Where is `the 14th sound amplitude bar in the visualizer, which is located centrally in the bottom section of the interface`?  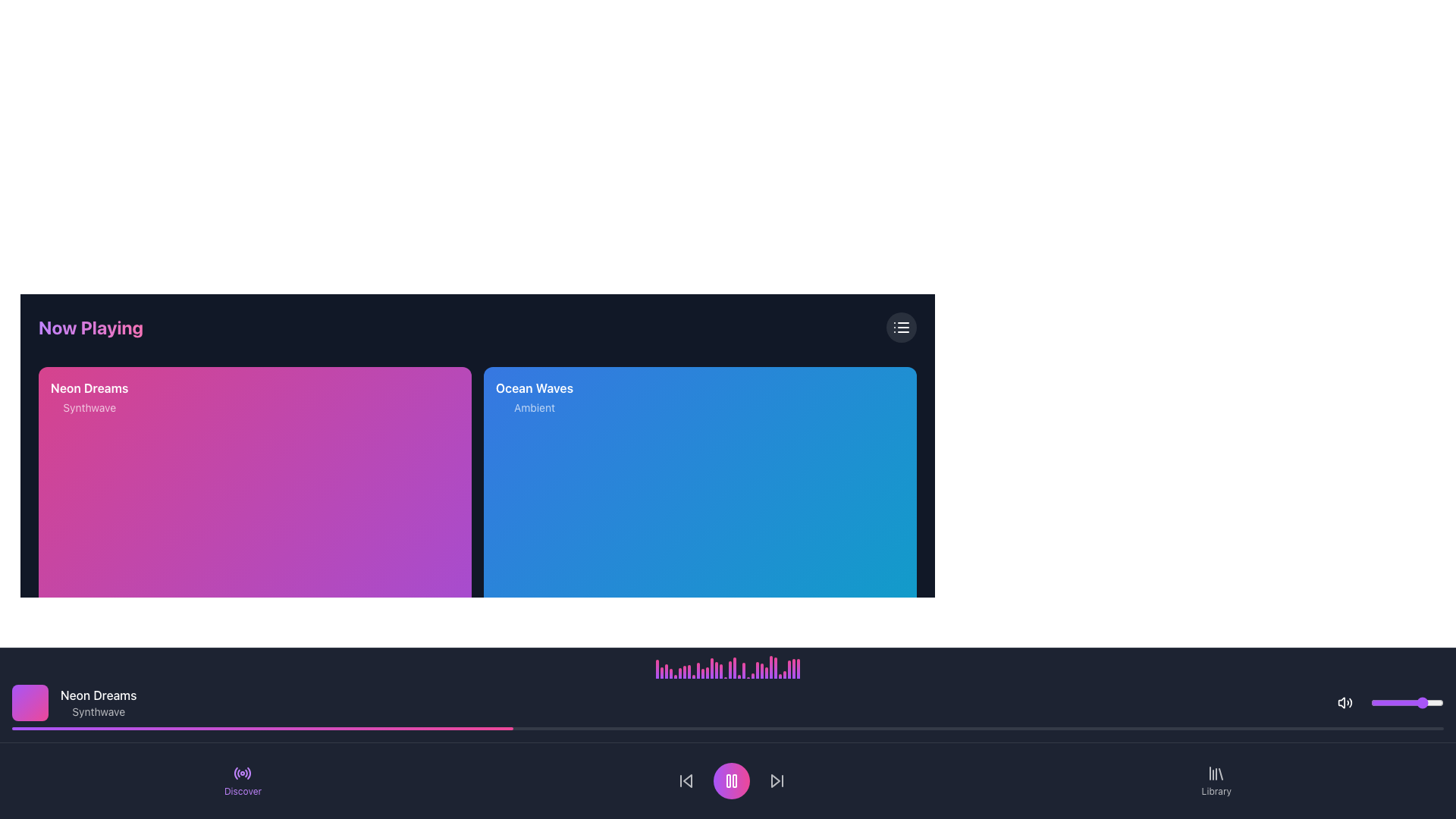
the 14th sound amplitude bar in the visualizer, which is located centrally in the bottom section of the interface is located at coordinates (716, 670).